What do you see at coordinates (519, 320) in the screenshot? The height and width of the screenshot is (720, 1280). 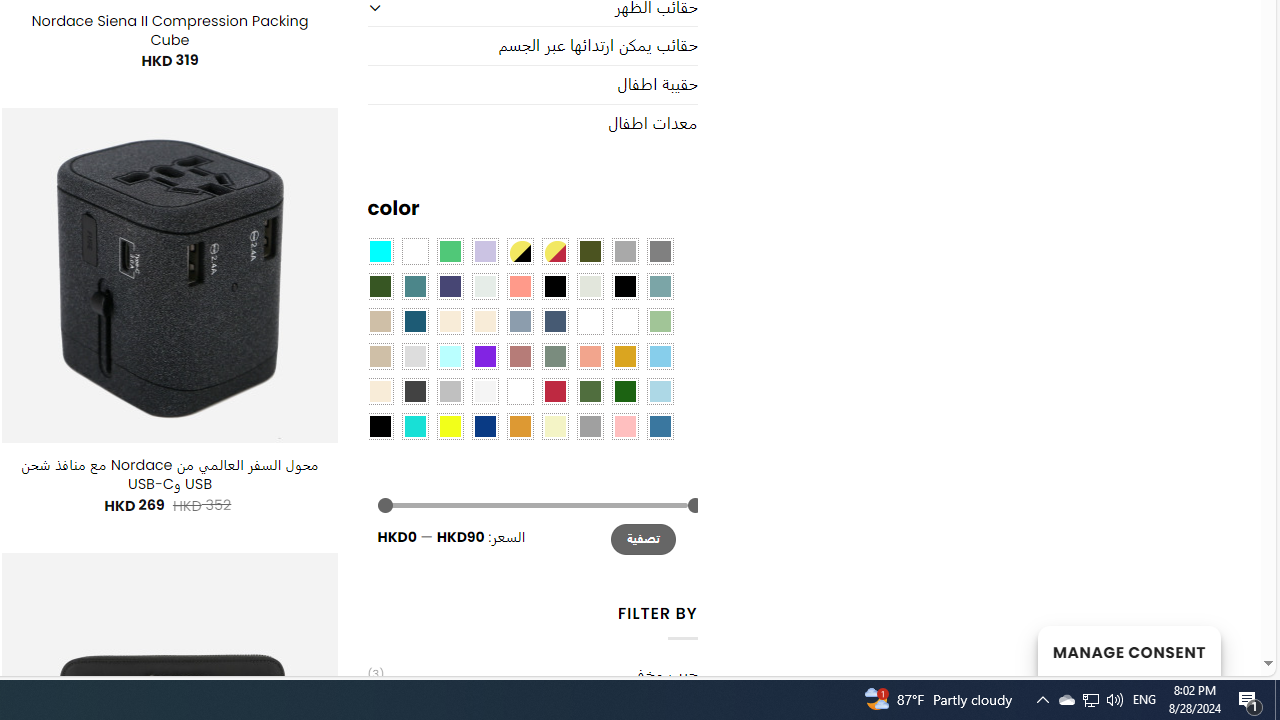 I see `'Dusty Blue'` at bounding box center [519, 320].